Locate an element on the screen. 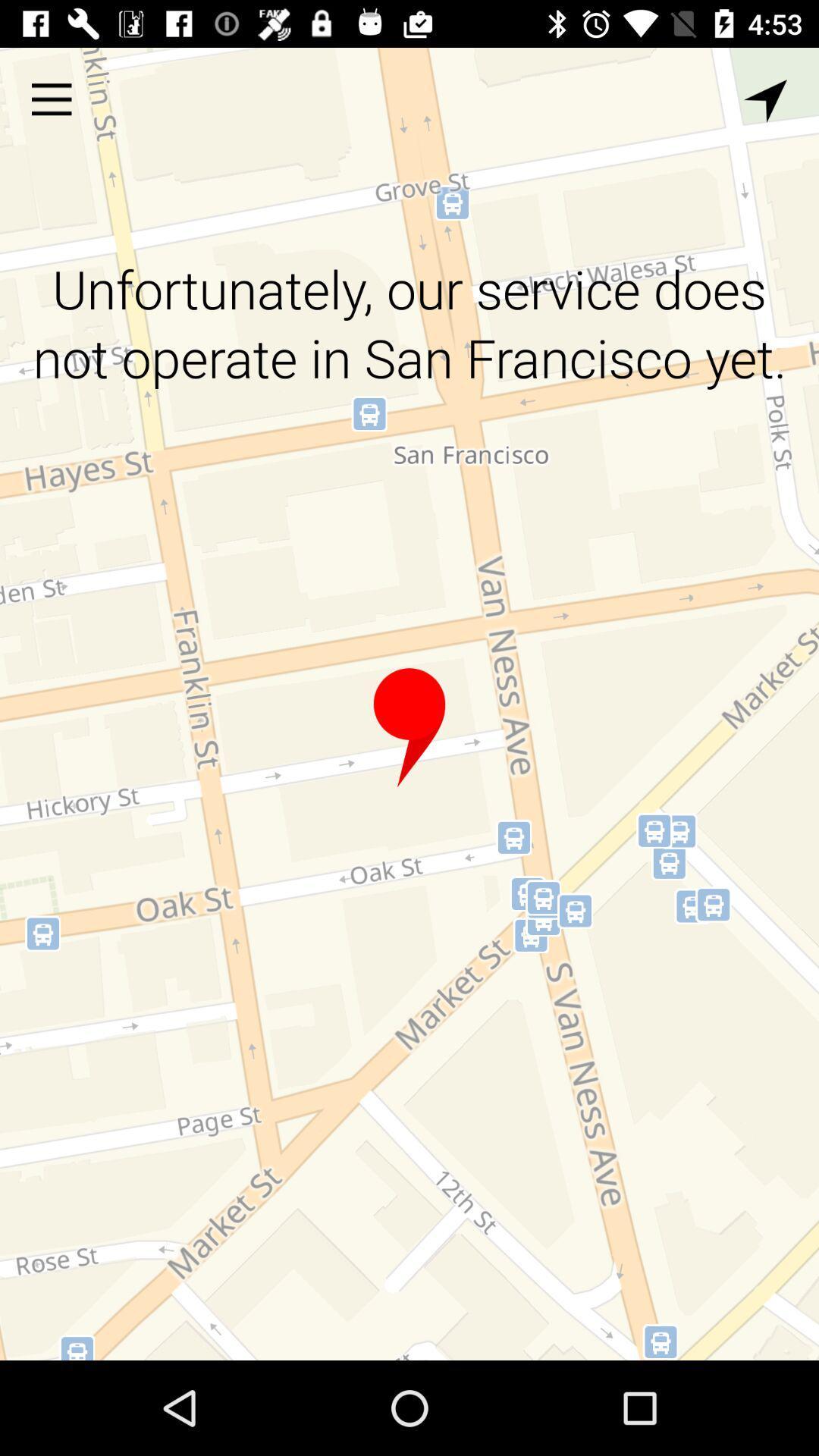  the navigation icon is located at coordinates (765, 100).